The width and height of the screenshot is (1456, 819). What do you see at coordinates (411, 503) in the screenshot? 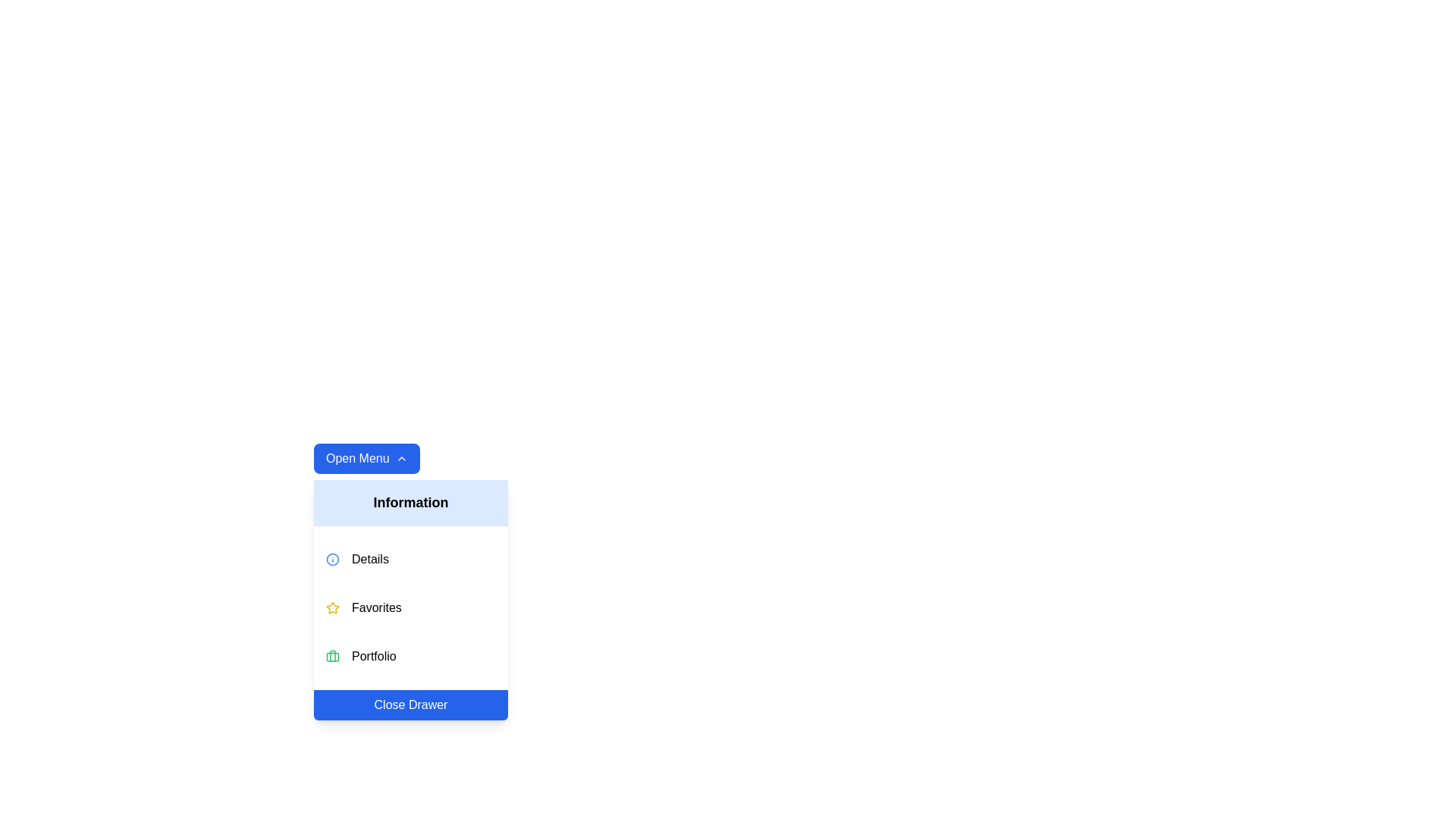
I see `the Text label that serves as a heading for the dropdown menu, positioned directly under the 'Open Menu' button` at bounding box center [411, 503].